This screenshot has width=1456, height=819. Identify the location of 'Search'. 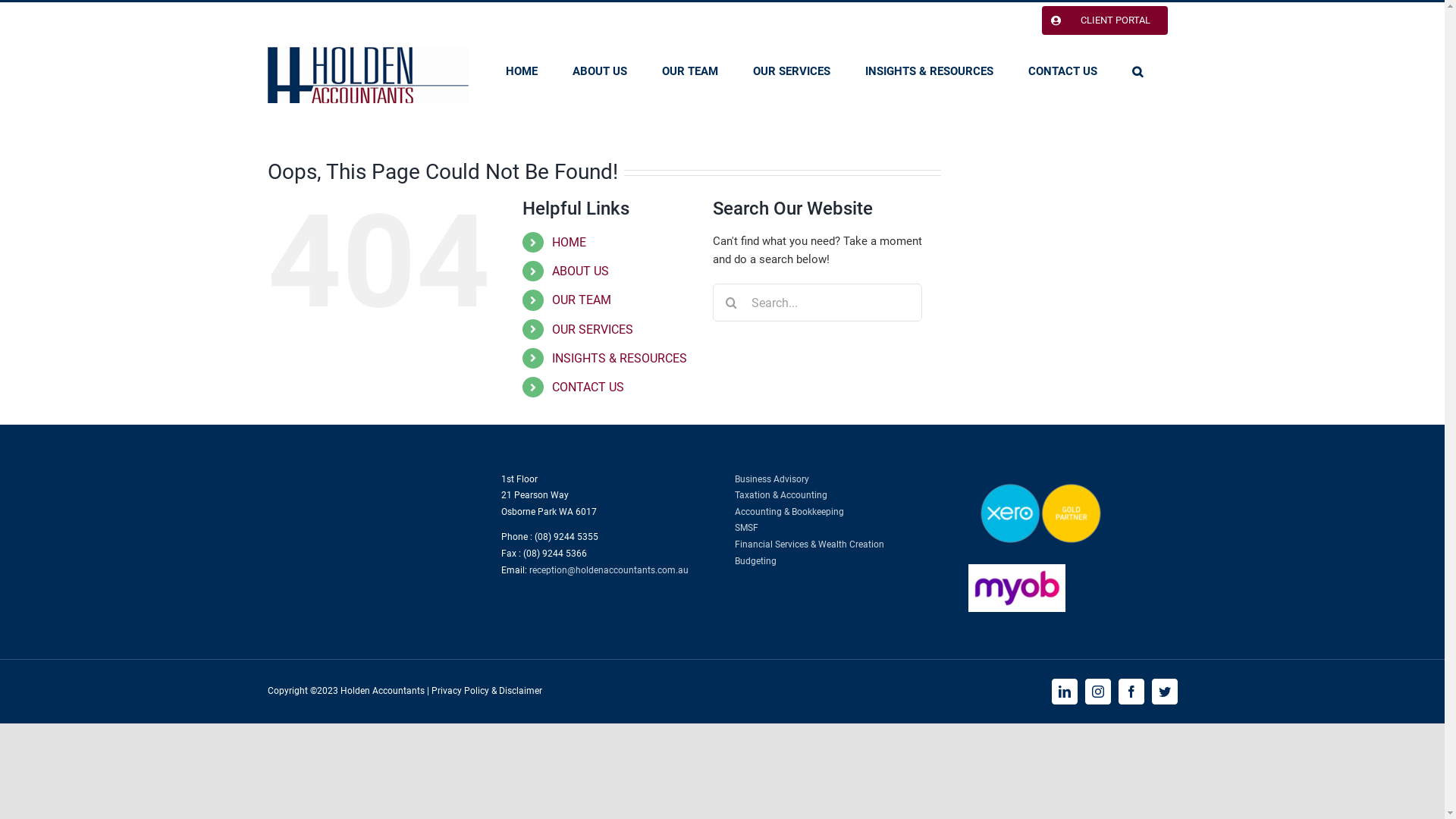
(1136, 71).